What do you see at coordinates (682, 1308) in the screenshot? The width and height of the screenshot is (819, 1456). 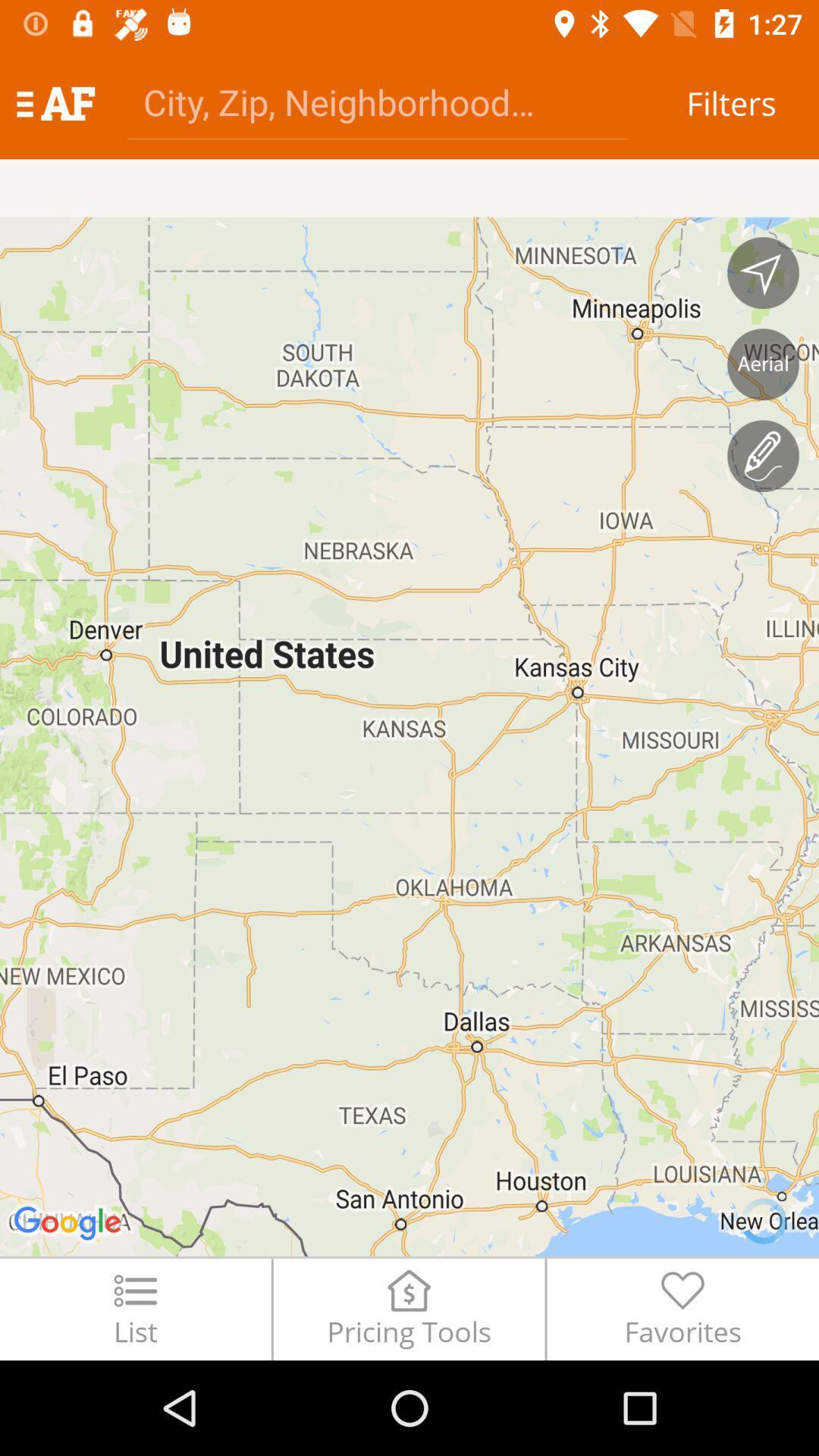 I see `the favorites` at bounding box center [682, 1308].